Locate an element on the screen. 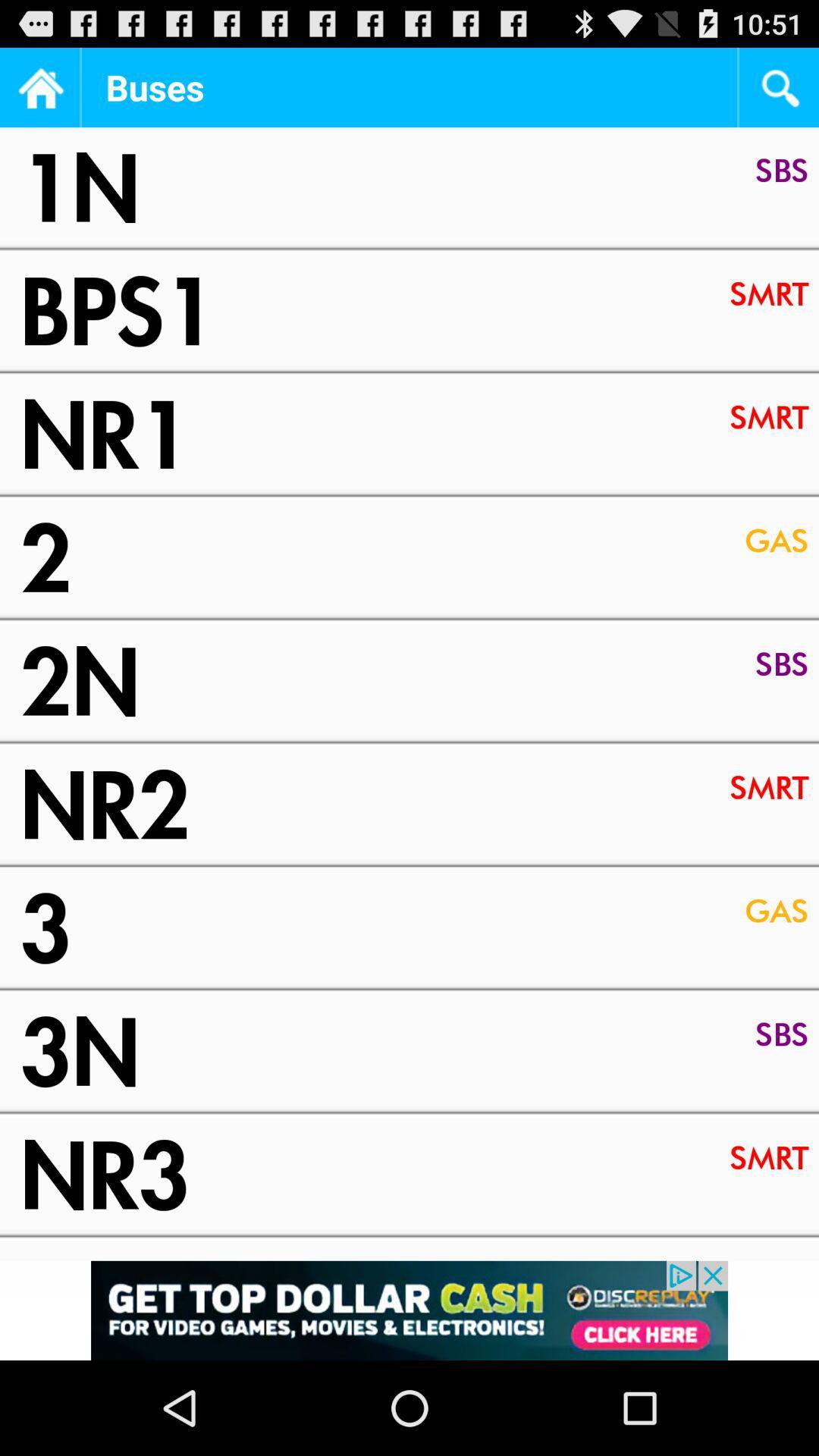 The height and width of the screenshot is (1456, 819). the home icon is located at coordinates (39, 93).